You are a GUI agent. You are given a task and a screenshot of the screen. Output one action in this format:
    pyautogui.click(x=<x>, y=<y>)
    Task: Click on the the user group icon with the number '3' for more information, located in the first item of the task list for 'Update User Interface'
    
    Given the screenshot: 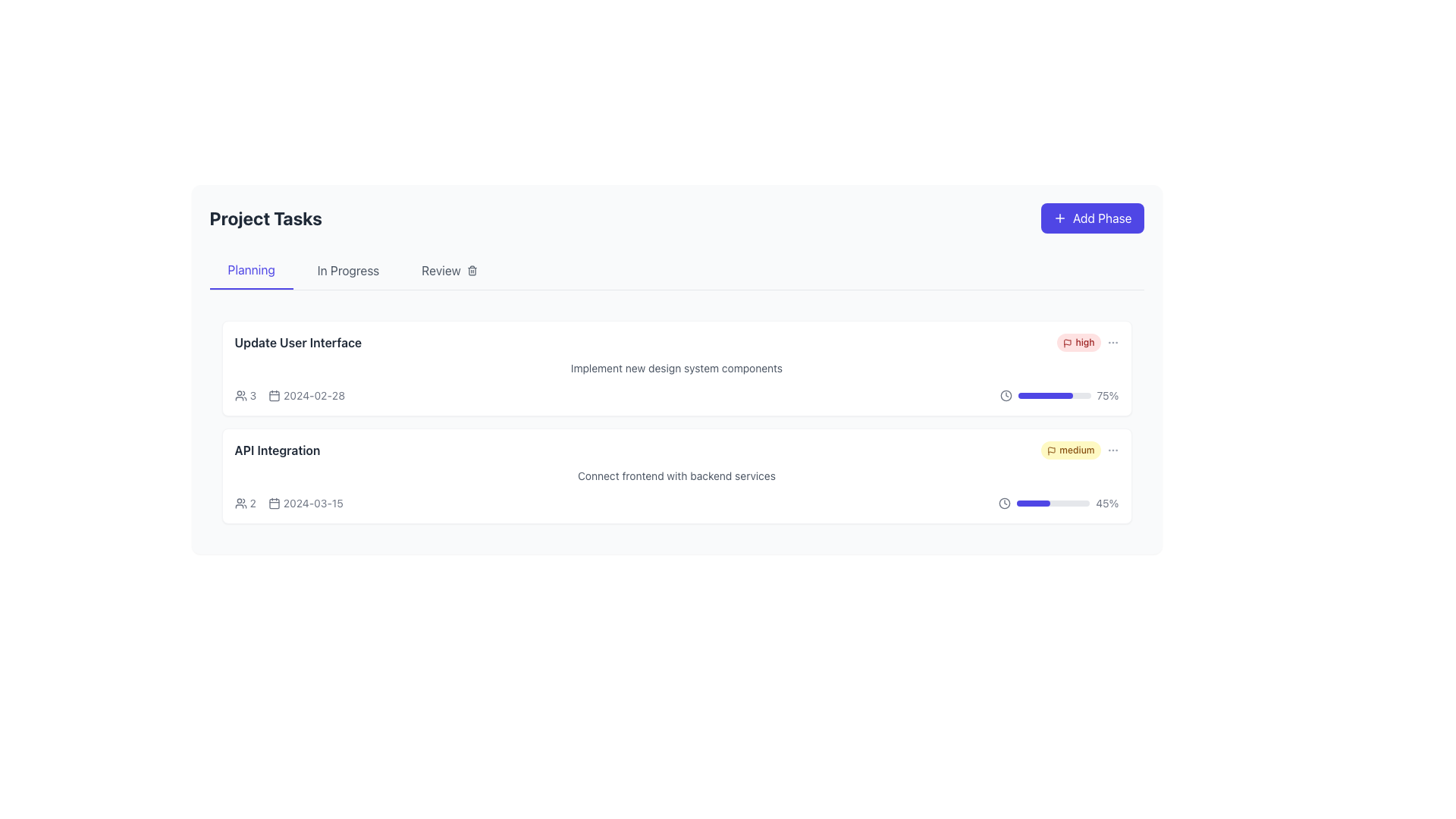 What is the action you would take?
    pyautogui.click(x=245, y=394)
    